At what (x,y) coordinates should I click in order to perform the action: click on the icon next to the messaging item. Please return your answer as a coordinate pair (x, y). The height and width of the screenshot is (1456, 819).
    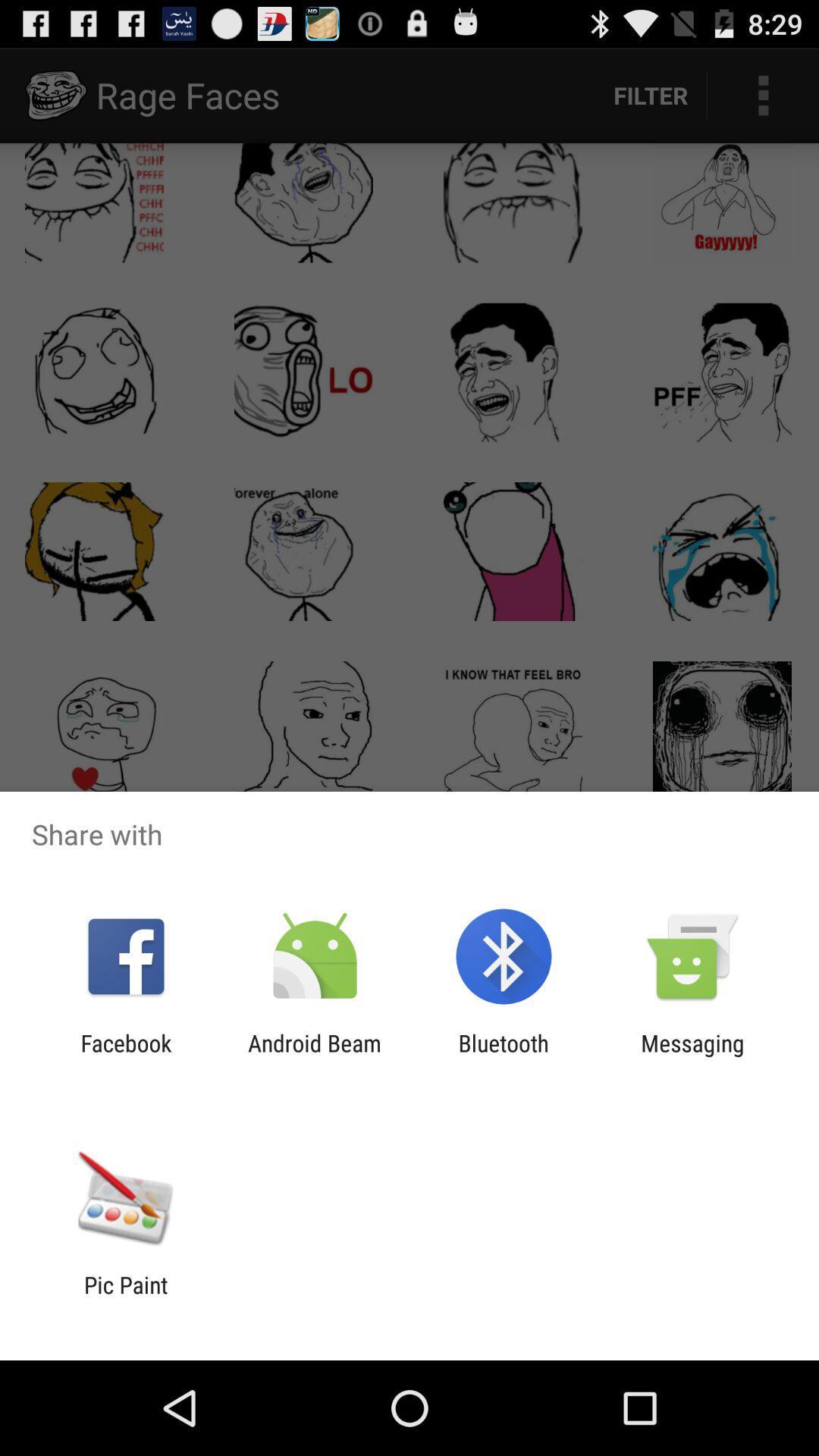
    Looking at the image, I should click on (504, 1056).